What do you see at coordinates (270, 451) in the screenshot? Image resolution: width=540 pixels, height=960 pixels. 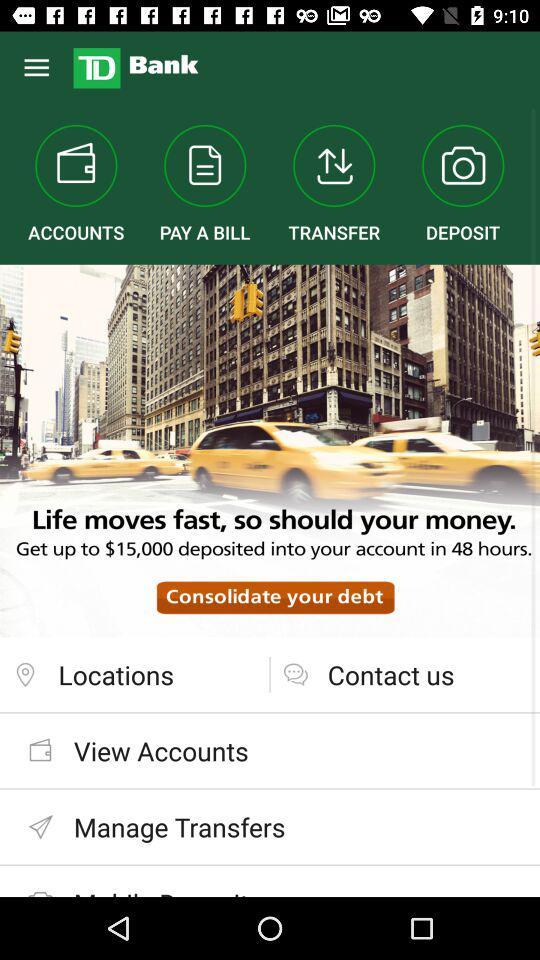 I see `the item at the center` at bounding box center [270, 451].